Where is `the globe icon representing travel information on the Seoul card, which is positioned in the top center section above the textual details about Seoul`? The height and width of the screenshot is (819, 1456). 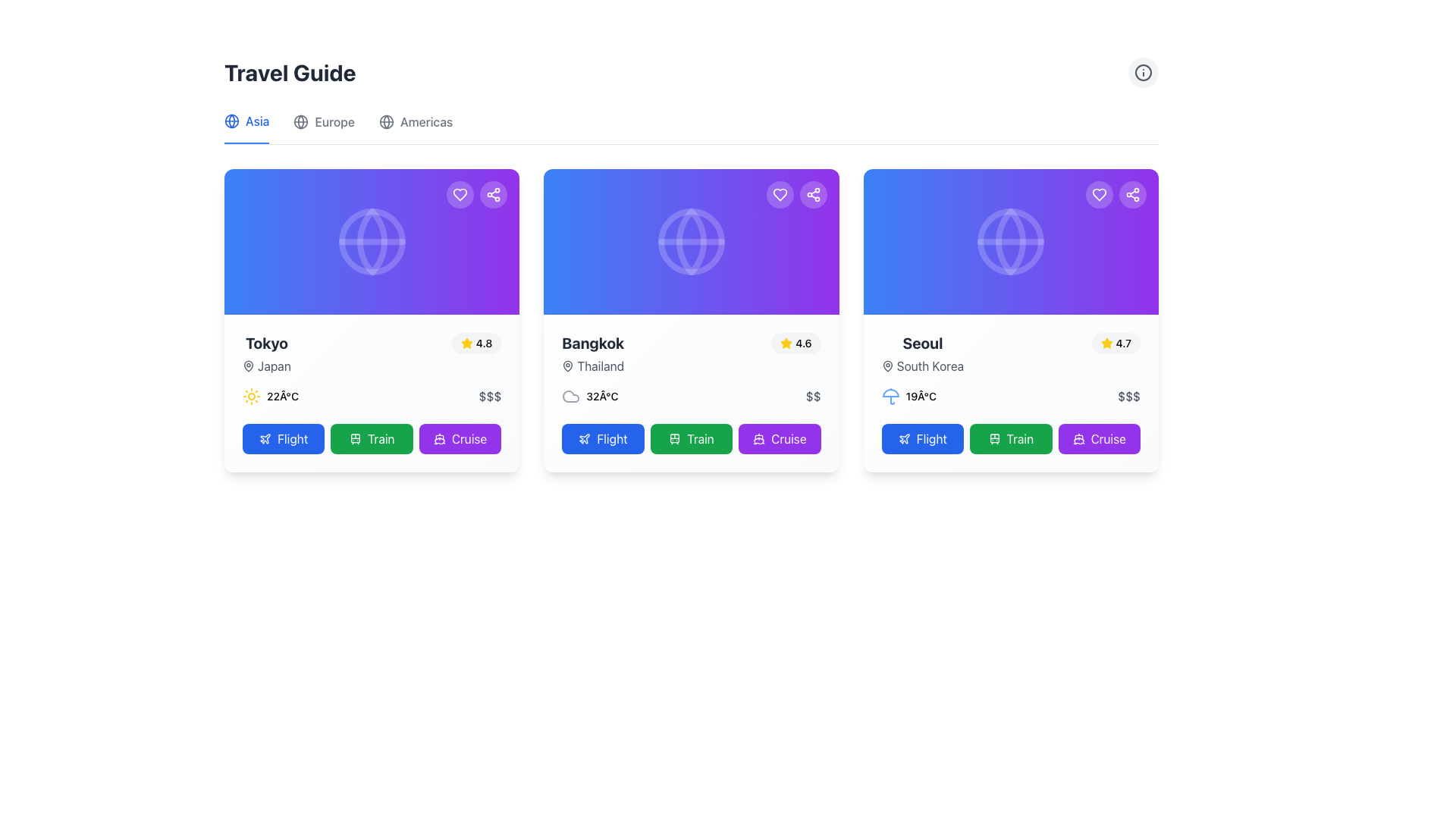 the globe icon representing travel information on the Seoul card, which is positioned in the top center section above the textual details about Seoul is located at coordinates (1011, 241).